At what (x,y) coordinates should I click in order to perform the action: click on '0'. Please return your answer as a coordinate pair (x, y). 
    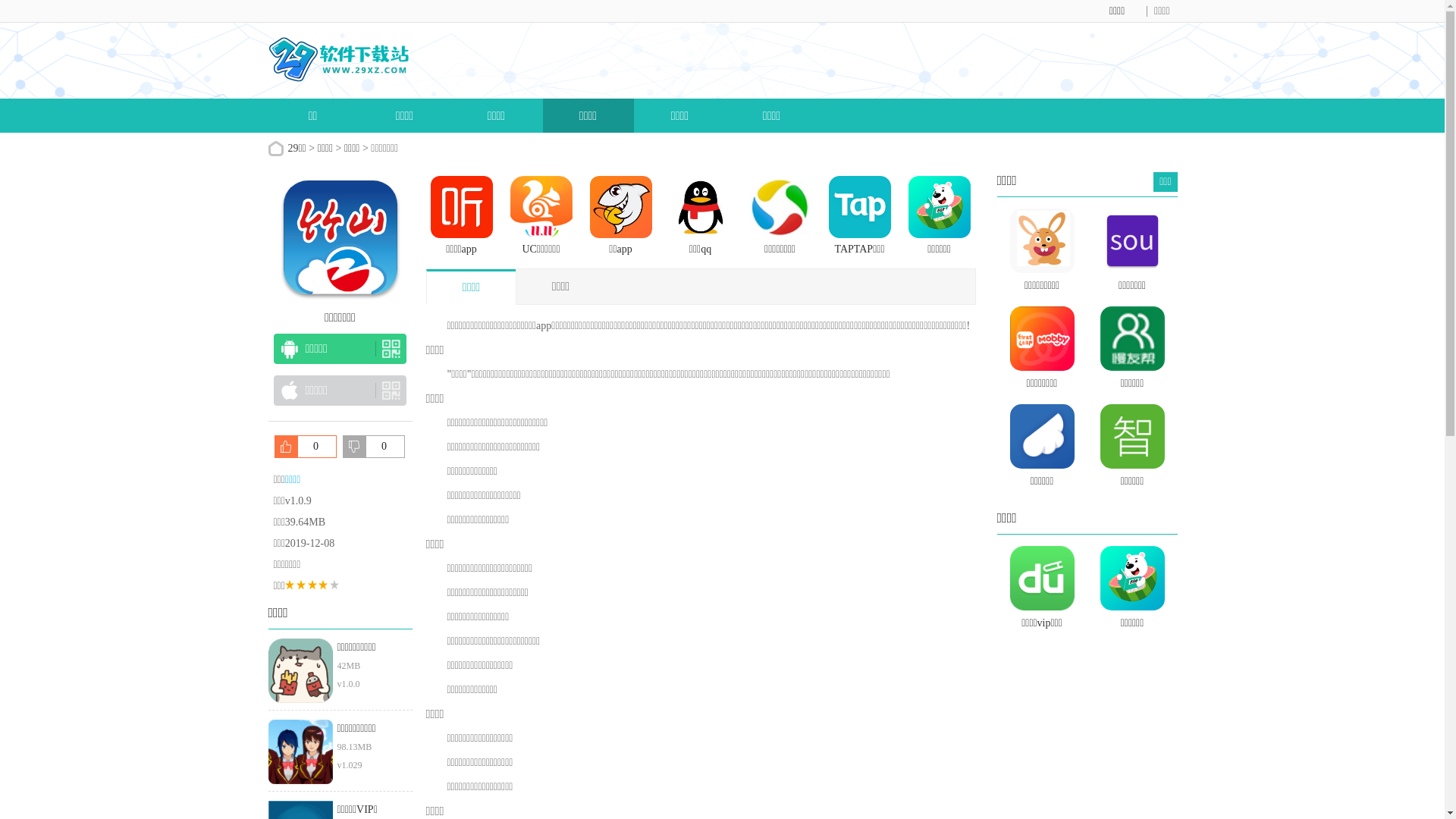
    Looking at the image, I should click on (305, 446).